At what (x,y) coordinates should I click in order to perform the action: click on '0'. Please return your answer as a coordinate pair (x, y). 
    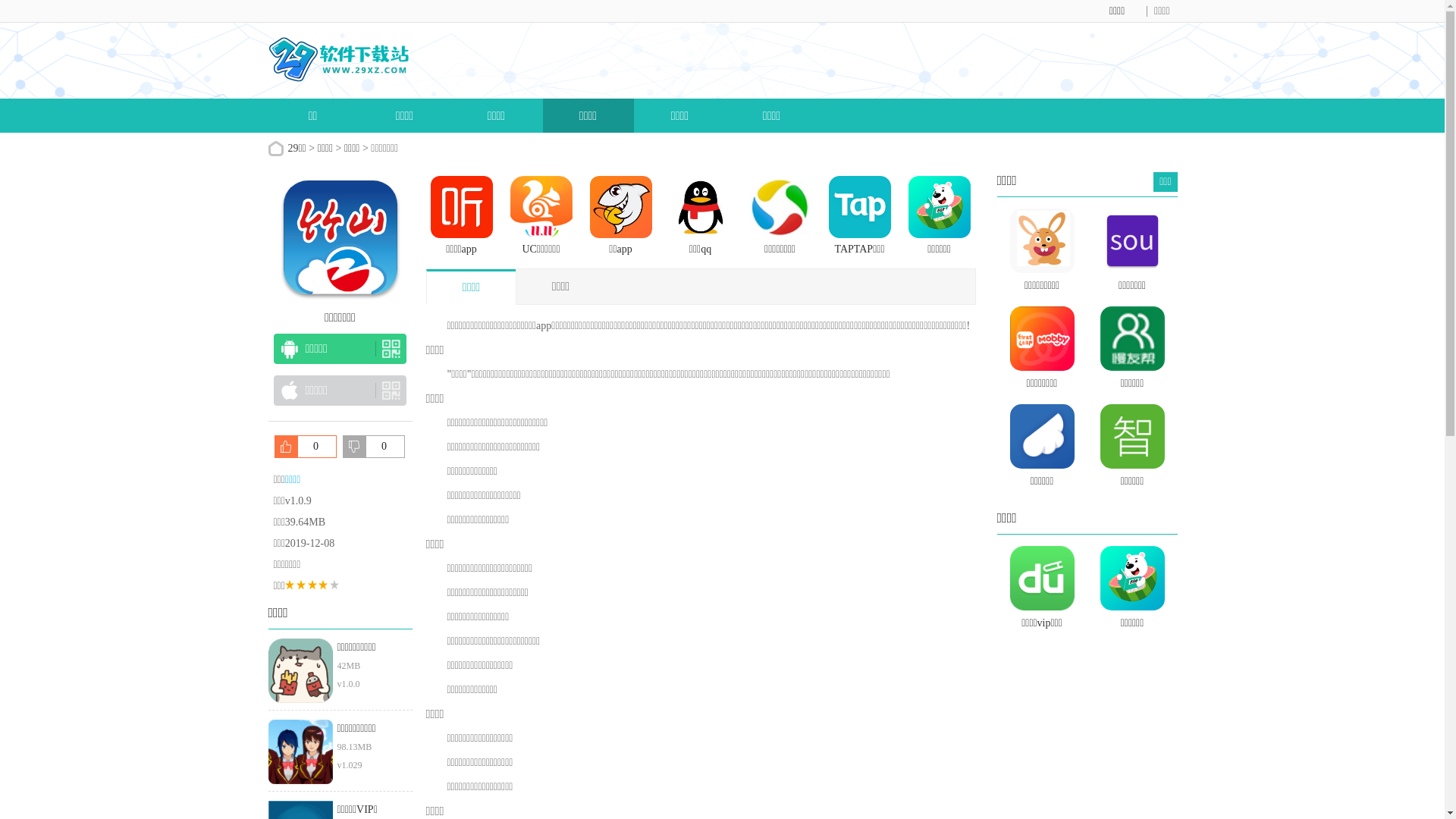
    Looking at the image, I should click on (305, 446).